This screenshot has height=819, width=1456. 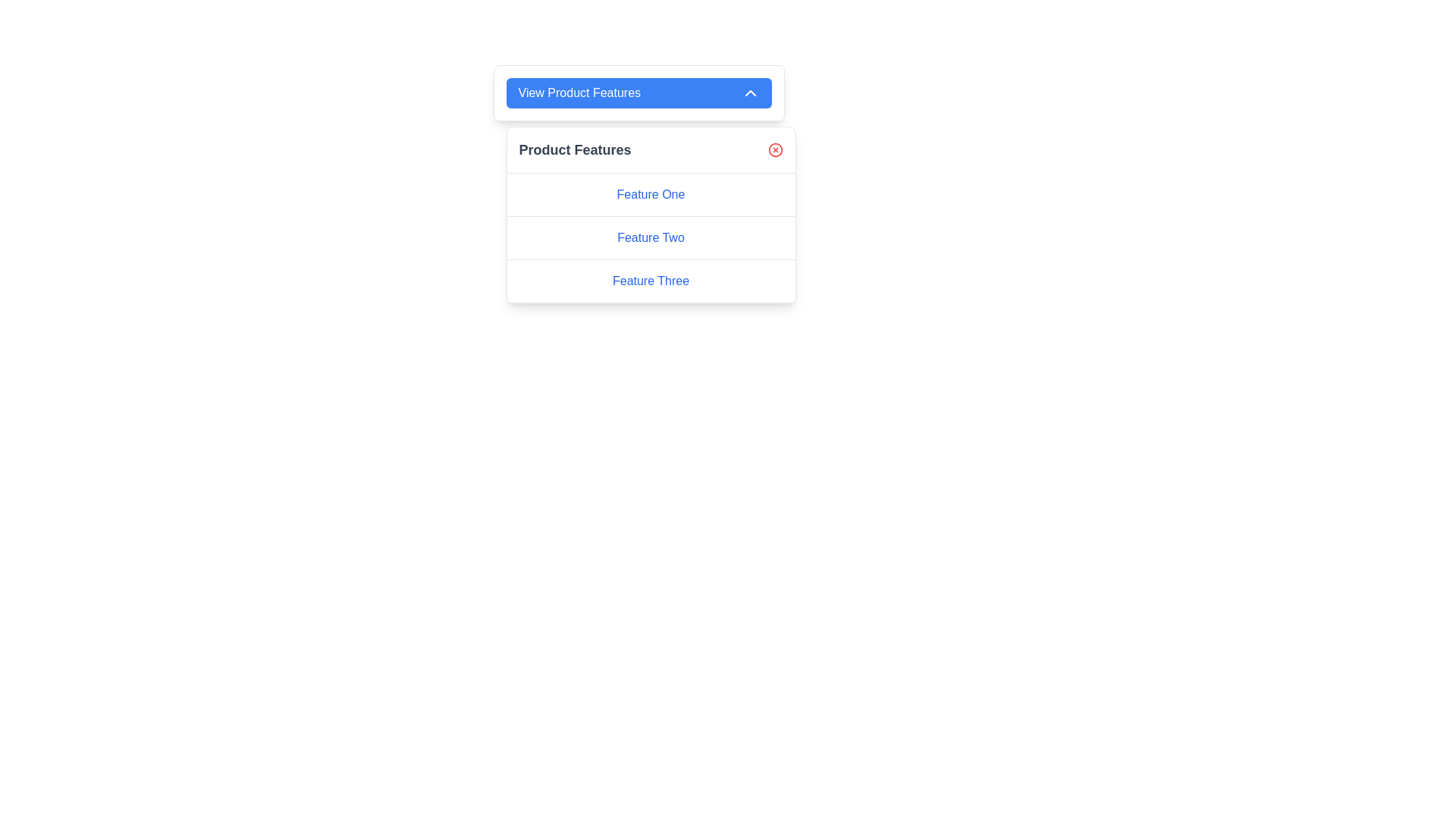 I want to click on the list component containing individual clickable items located directly below the 'Product Features' section, so click(x=651, y=238).